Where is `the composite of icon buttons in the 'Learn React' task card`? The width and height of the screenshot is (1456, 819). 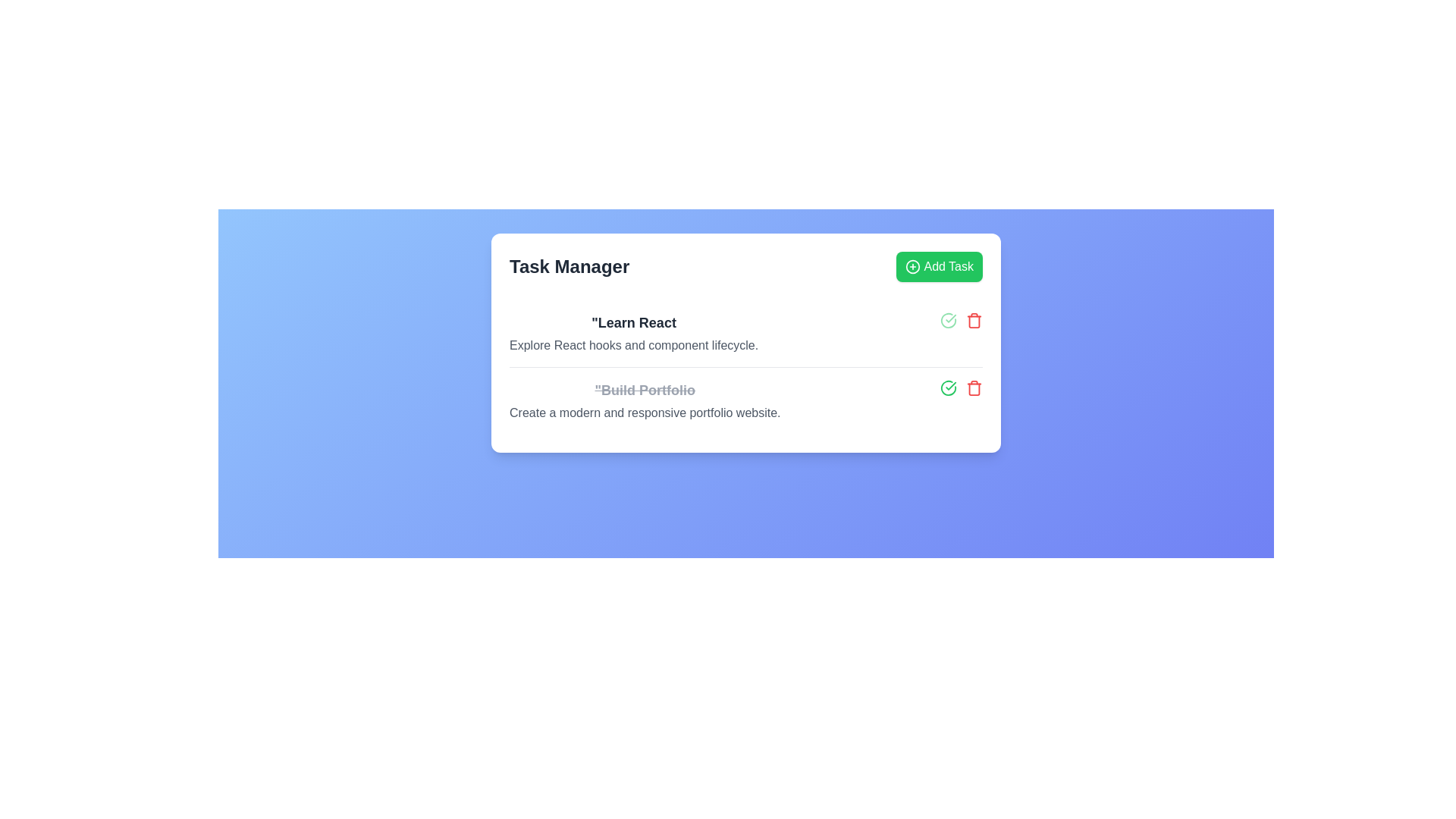
the composite of icon buttons in the 'Learn React' task card is located at coordinates (960, 320).